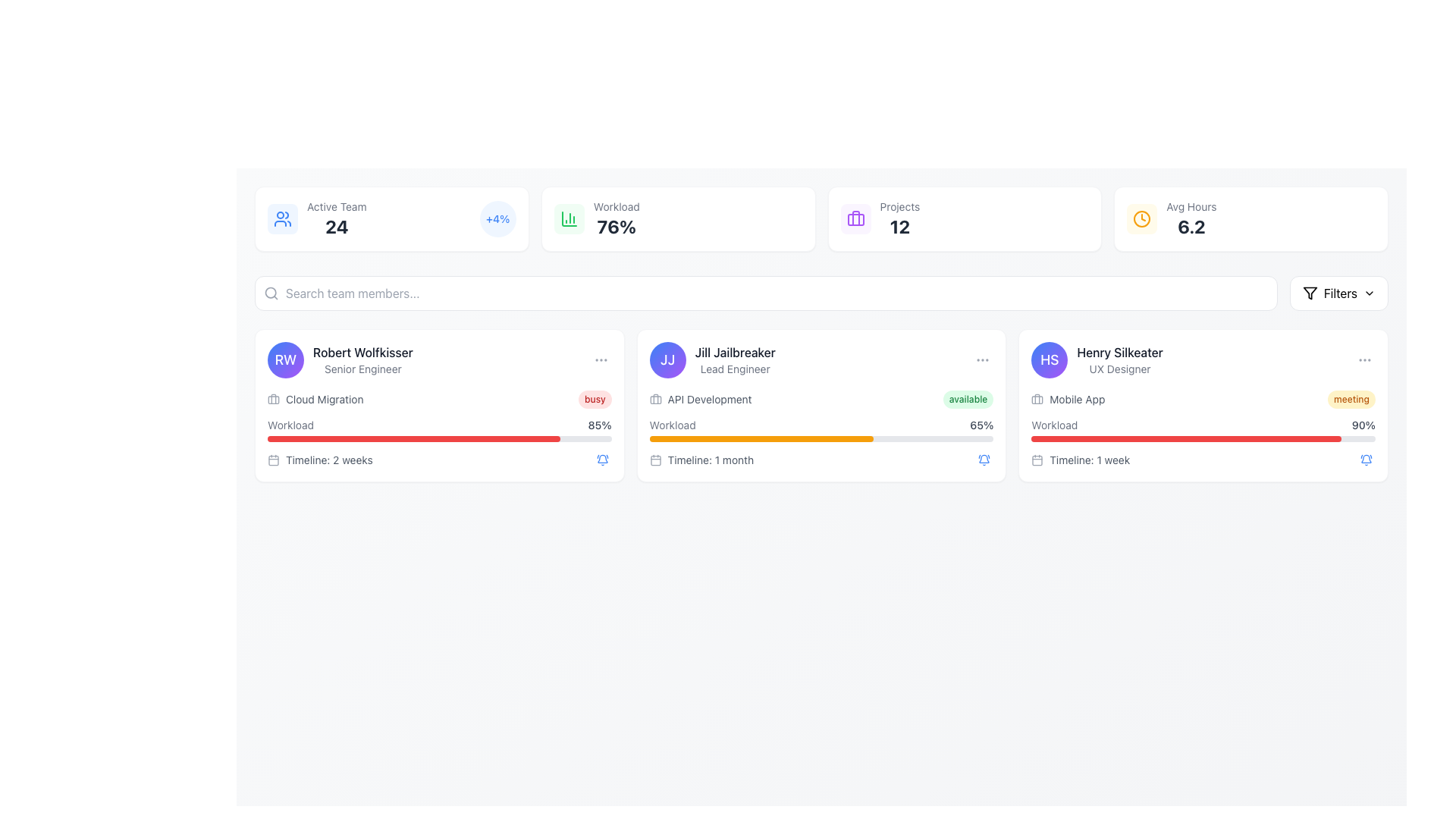 The image size is (1456, 819). What do you see at coordinates (981, 425) in the screenshot?
I see `the static text label displaying '65%' indicating workload percentage, which is located to the right of the progress bar labeled 'Workload' within the card for 'Jill Jailbreaker'` at bounding box center [981, 425].